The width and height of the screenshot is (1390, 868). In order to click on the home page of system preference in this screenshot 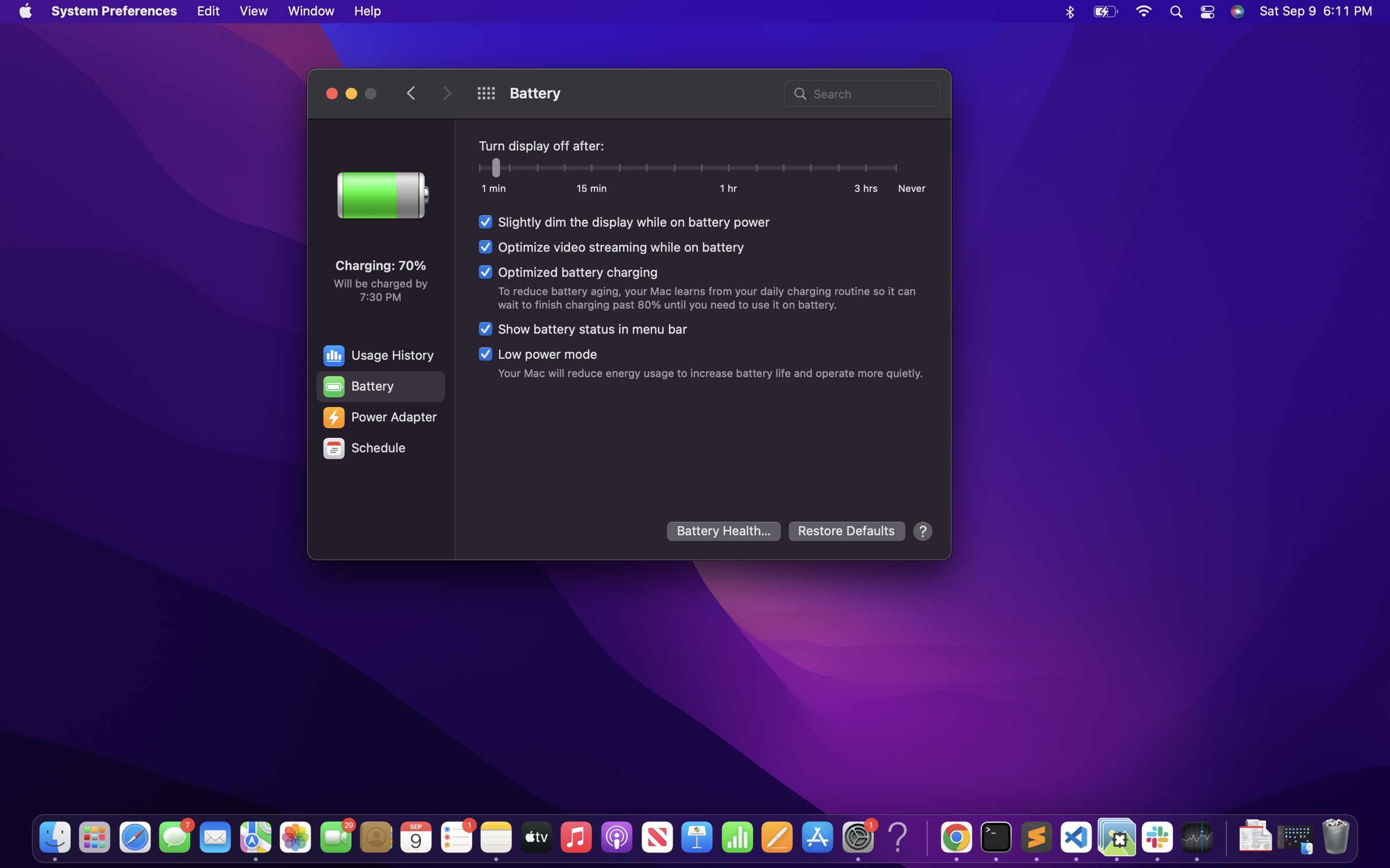, I will do `click(485, 93)`.